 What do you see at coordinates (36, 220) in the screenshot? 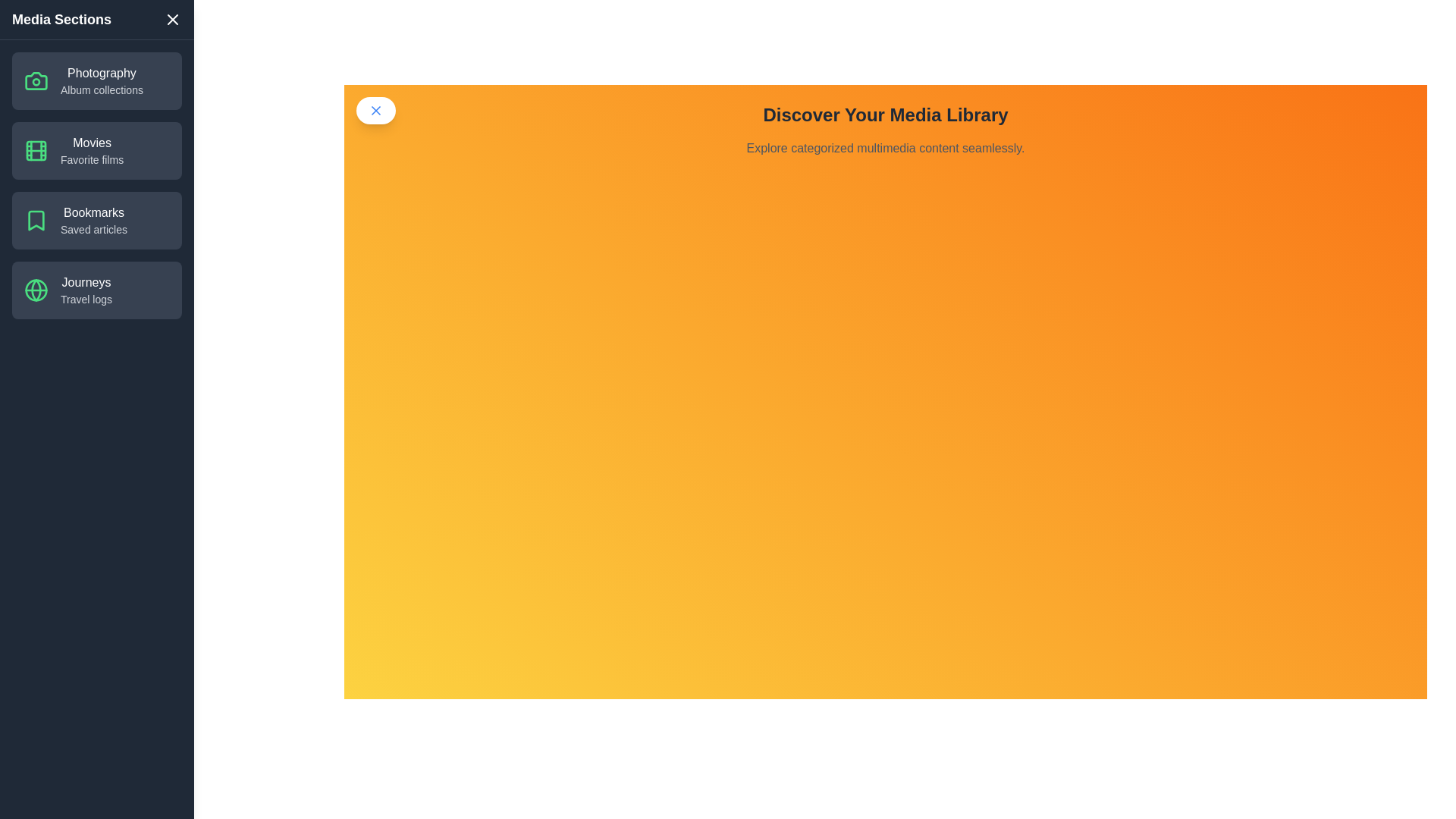
I see `the category item containing the icon for Bookmarks` at bounding box center [36, 220].